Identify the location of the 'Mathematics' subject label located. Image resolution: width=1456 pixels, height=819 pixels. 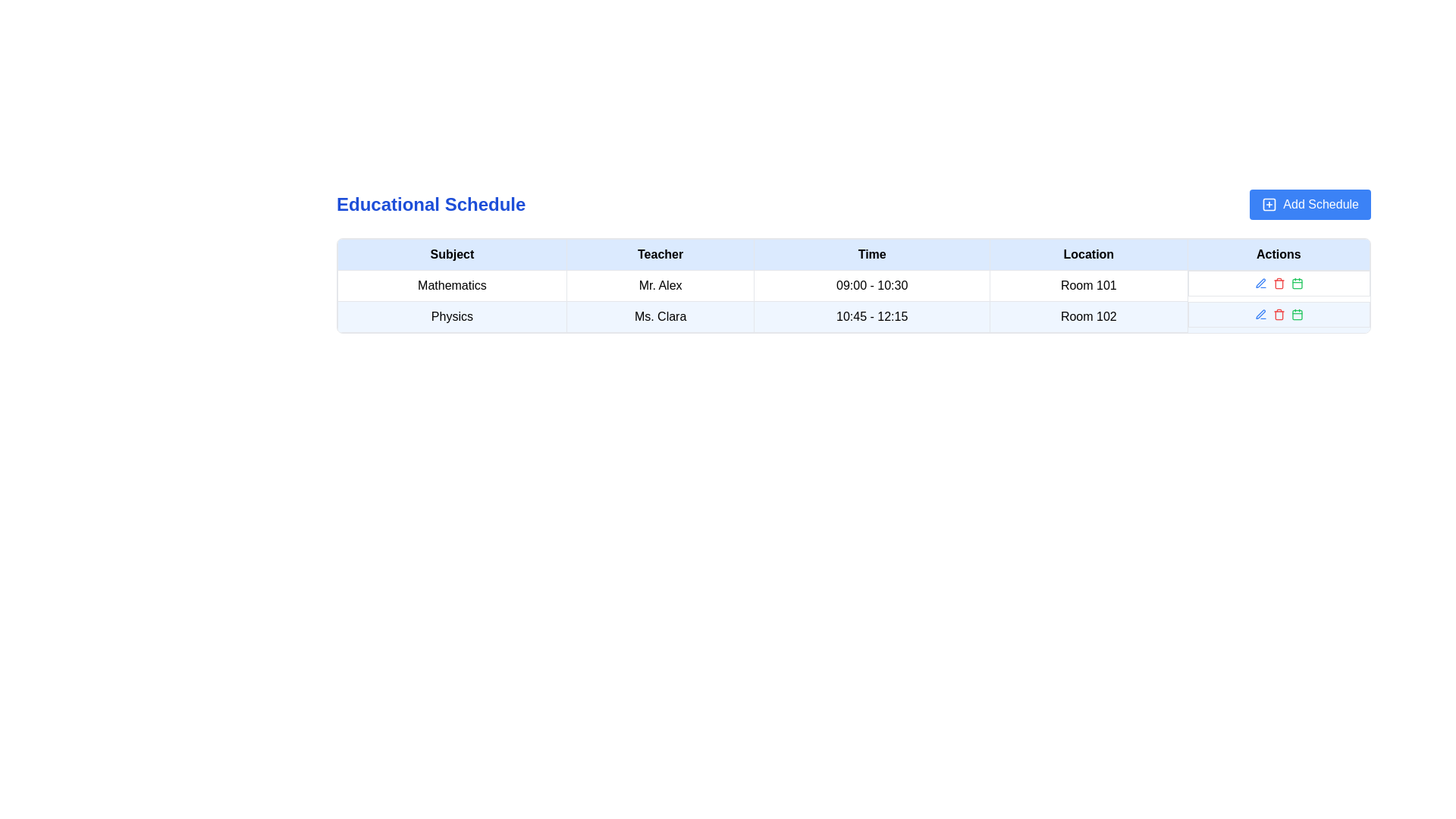
(451, 286).